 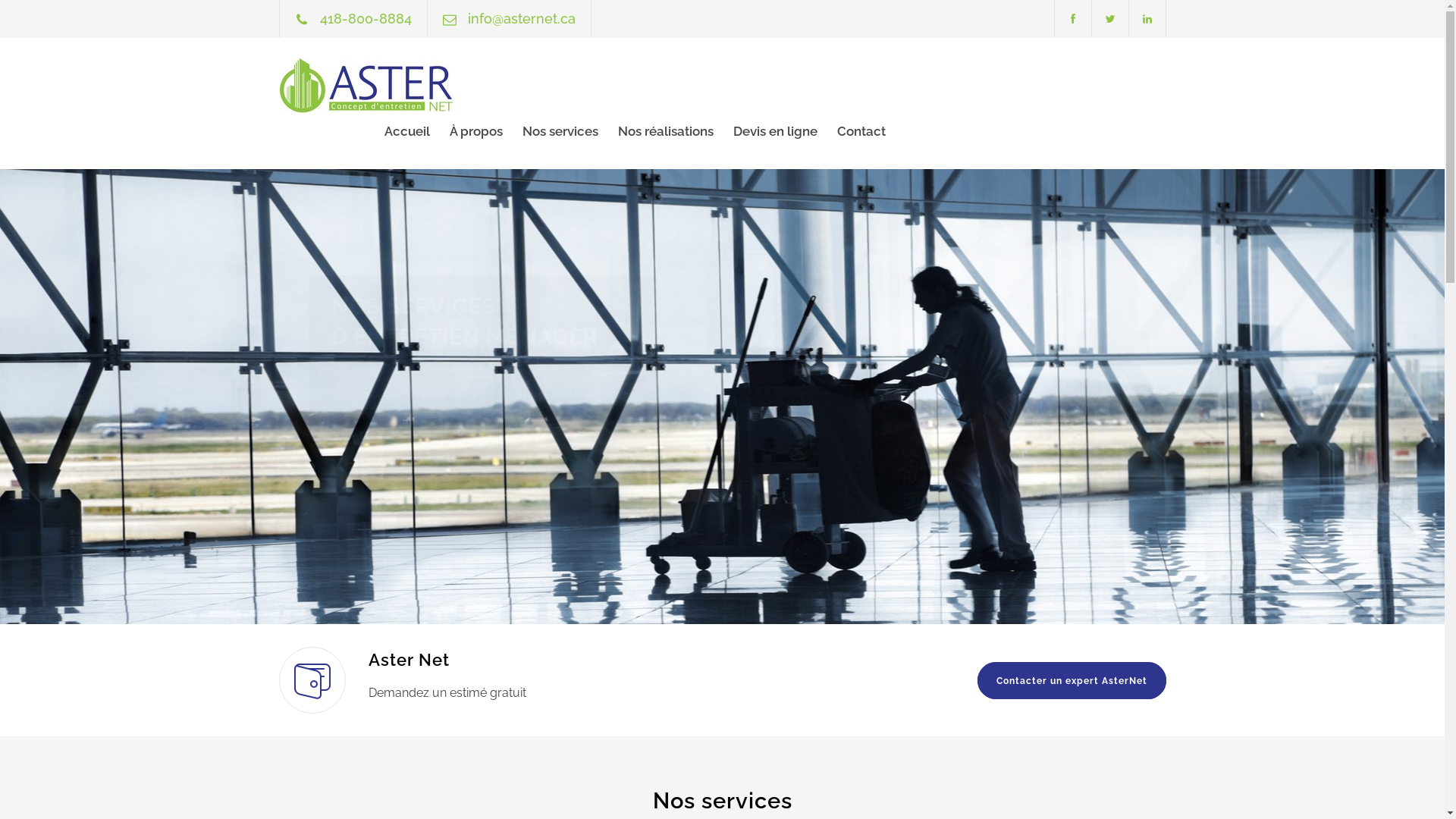 What do you see at coordinates (976, 679) in the screenshot?
I see `'Contacter un expert AsterNet'` at bounding box center [976, 679].